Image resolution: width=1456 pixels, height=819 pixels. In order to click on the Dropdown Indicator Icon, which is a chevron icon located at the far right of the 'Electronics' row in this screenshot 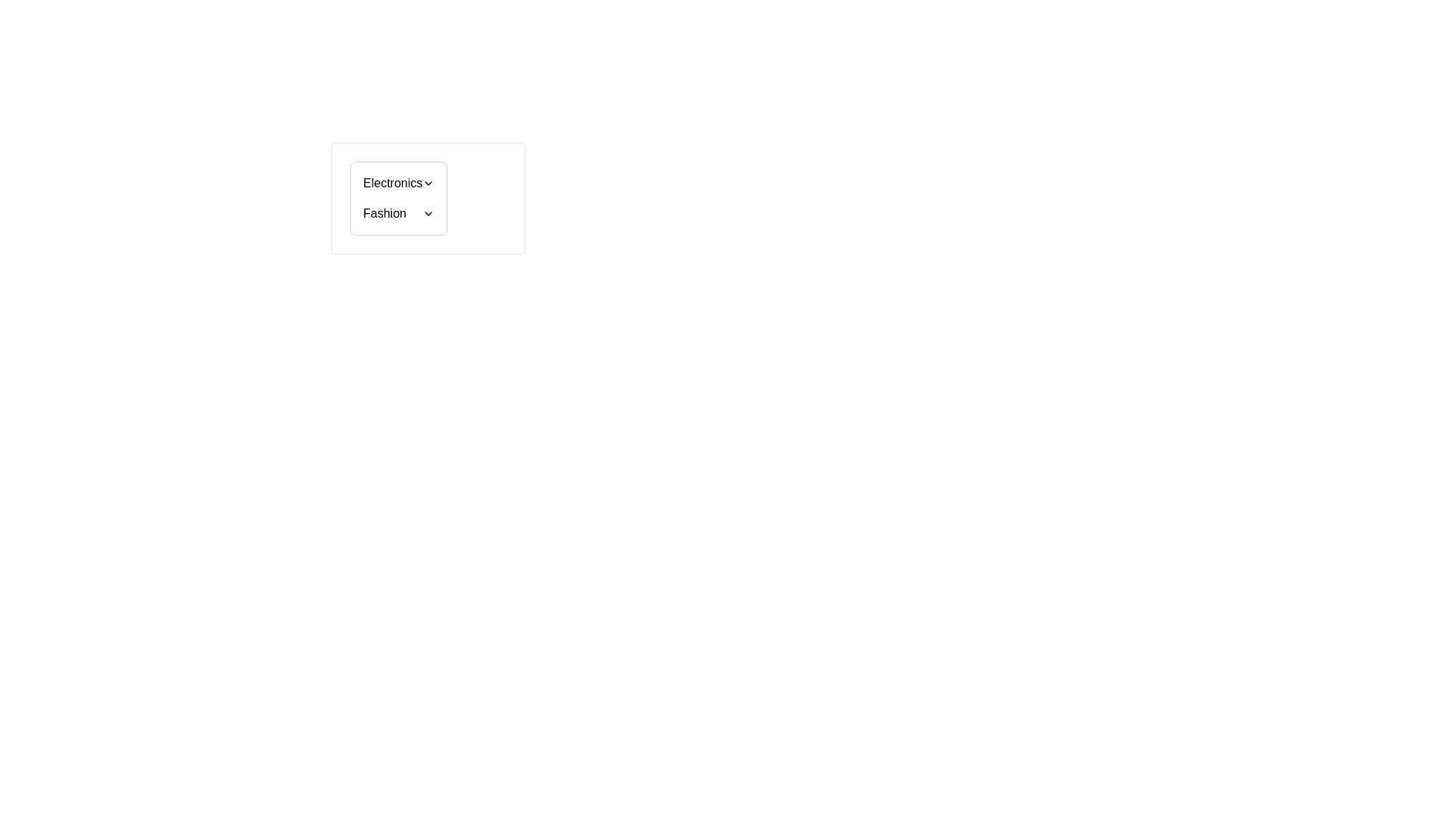, I will do `click(428, 183)`.